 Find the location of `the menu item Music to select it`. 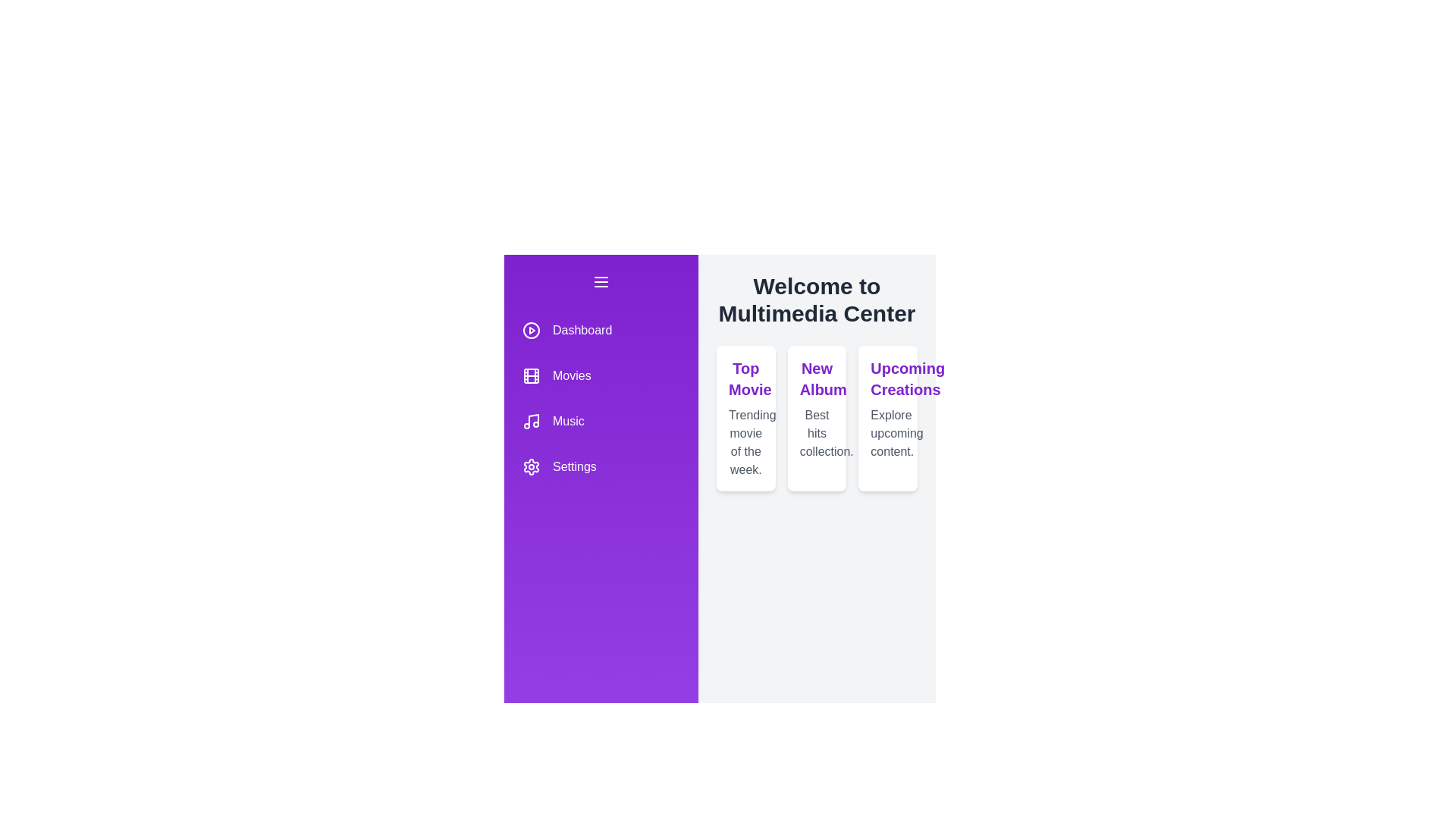

the menu item Music to select it is located at coordinates (600, 421).